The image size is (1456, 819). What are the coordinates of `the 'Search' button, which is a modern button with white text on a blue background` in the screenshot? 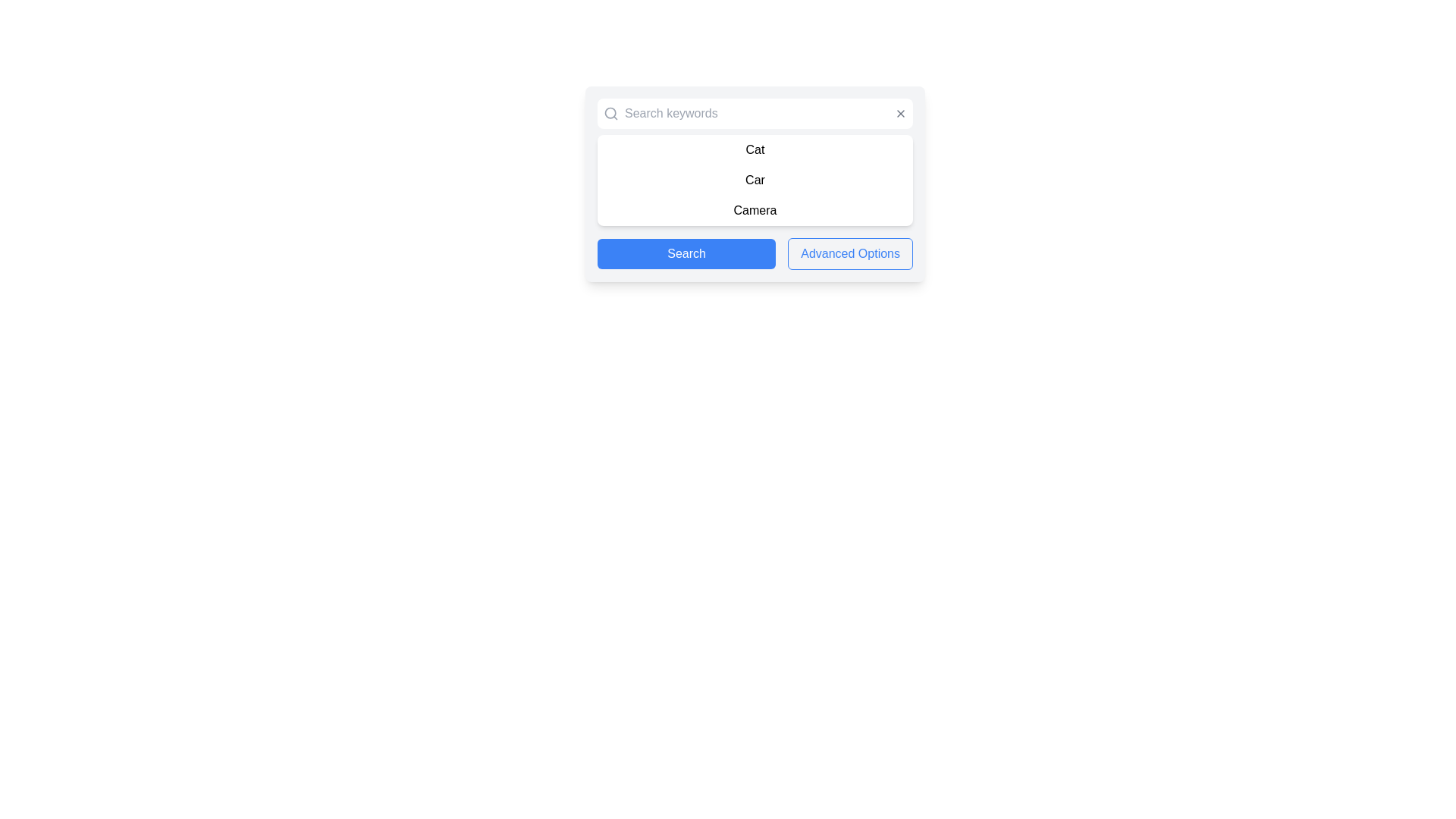 It's located at (686, 253).